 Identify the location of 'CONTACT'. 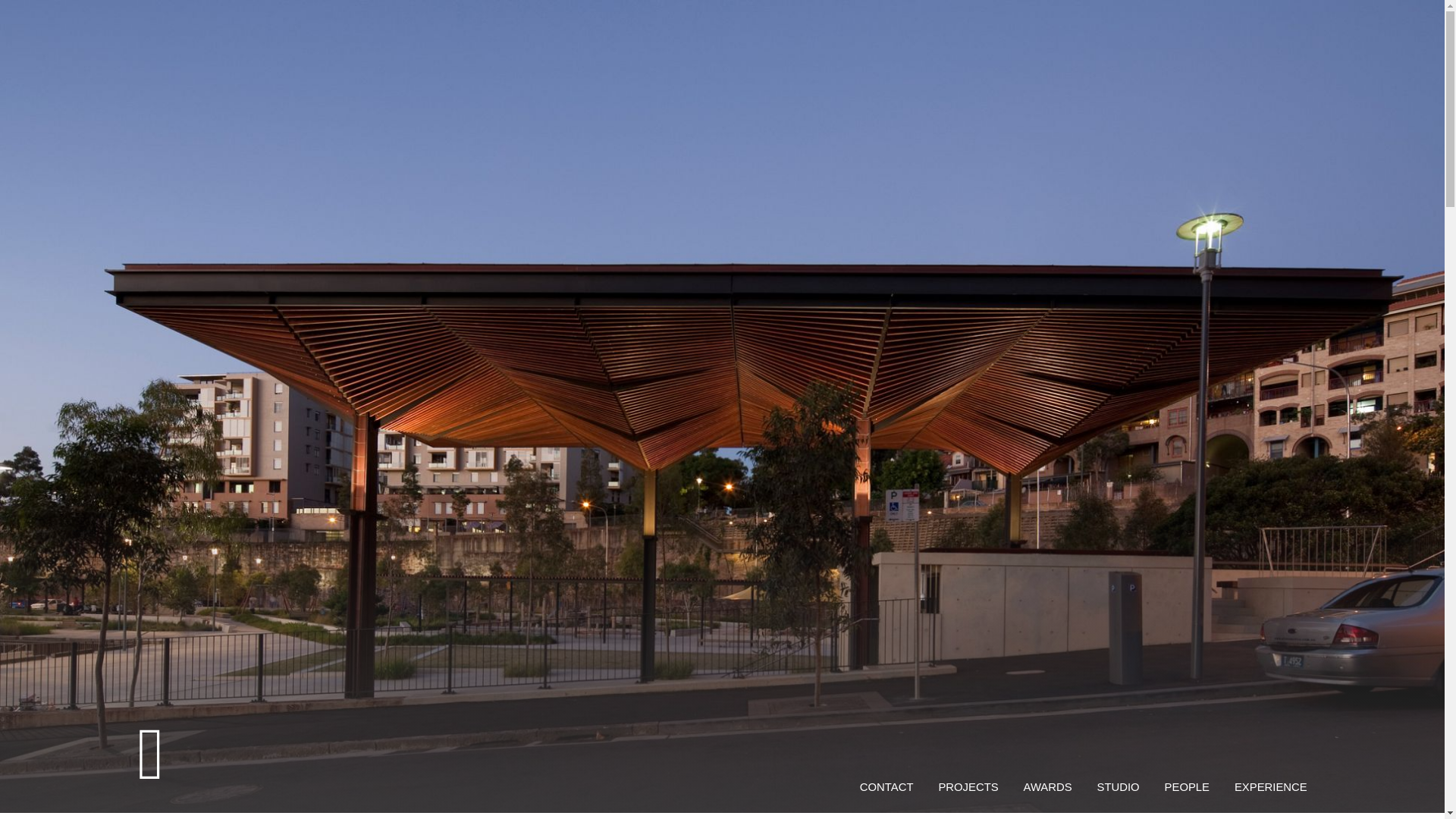
(886, 786).